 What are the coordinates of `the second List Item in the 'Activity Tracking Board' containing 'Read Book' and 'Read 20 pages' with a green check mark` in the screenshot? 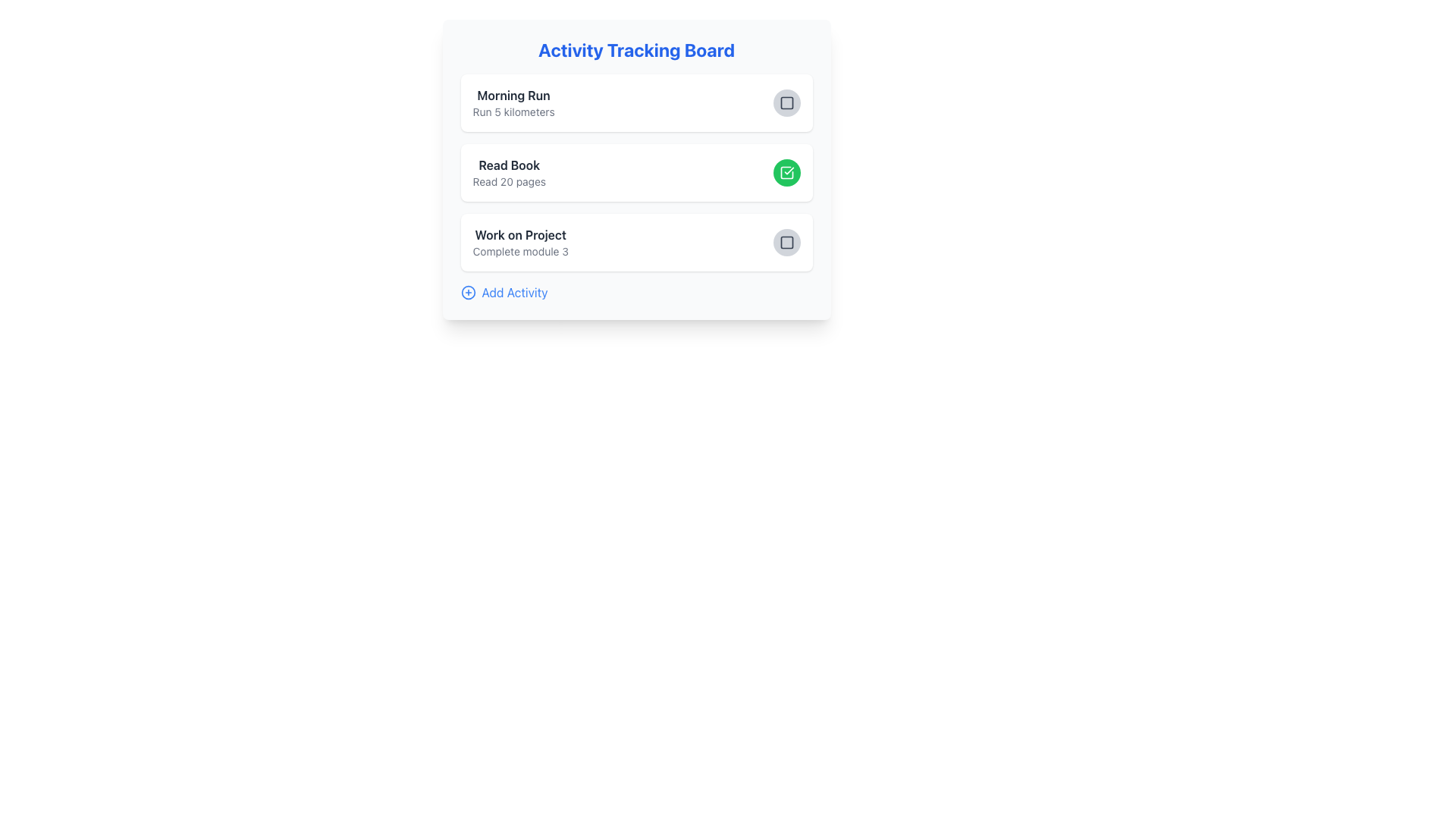 It's located at (636, 187).